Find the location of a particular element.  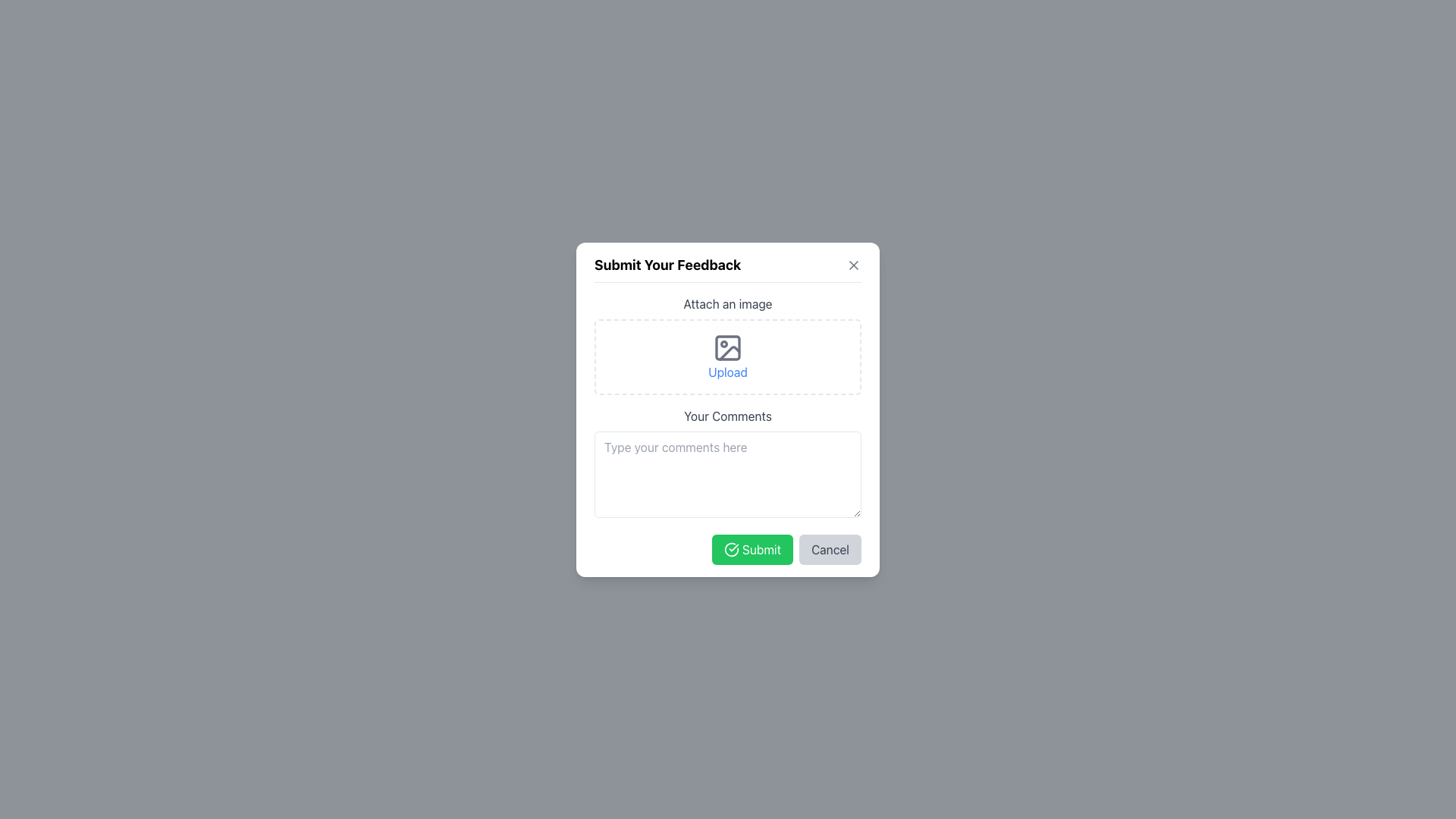

the 'Submit' button in the Button Group by navigating the keyboard to it is located at coordinates (728, 549).